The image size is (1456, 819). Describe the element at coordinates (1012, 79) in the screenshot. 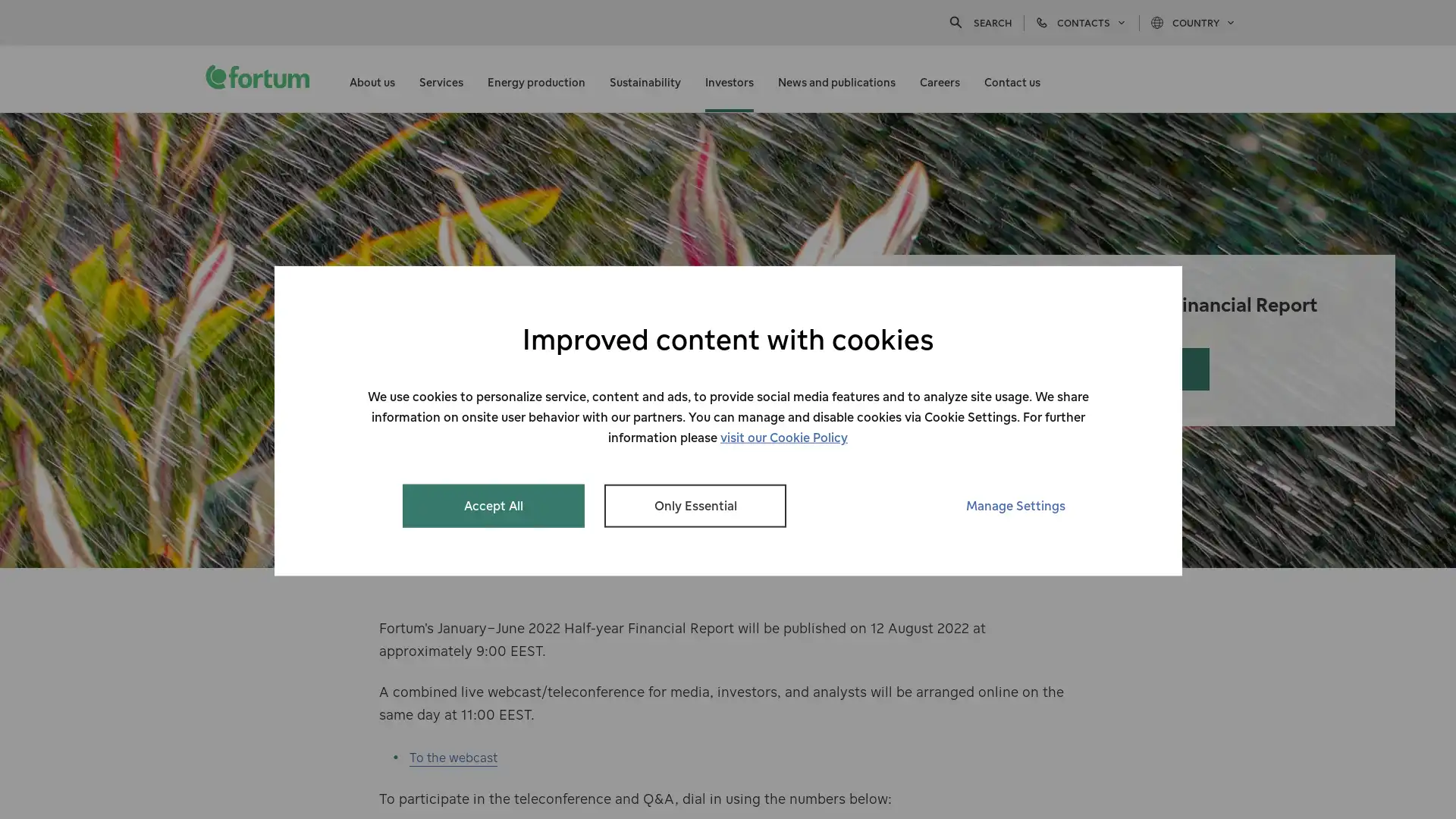

I see `Contact us` at that location.